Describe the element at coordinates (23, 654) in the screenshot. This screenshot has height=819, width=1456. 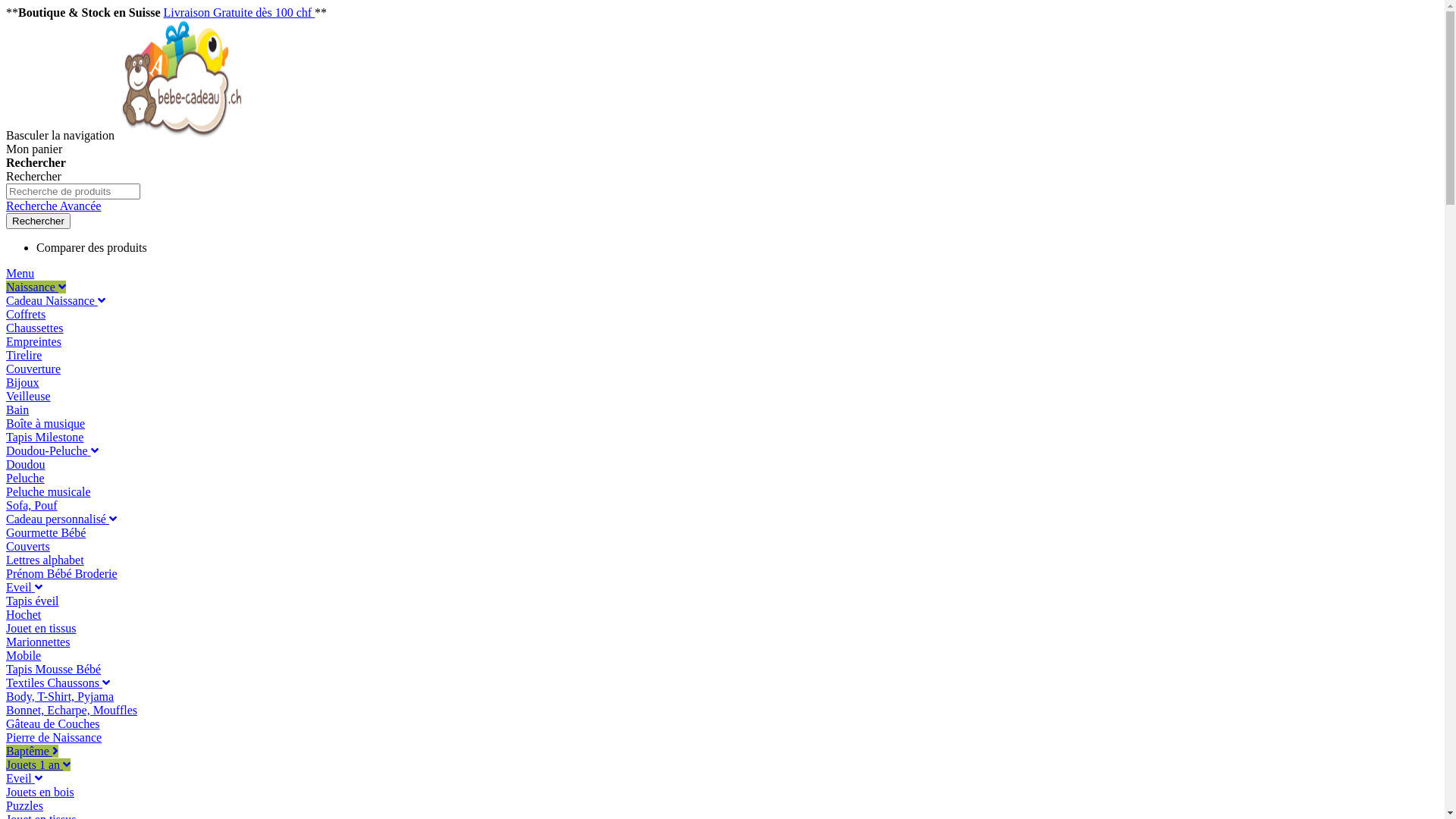
I see `'Mobile'` at that location.